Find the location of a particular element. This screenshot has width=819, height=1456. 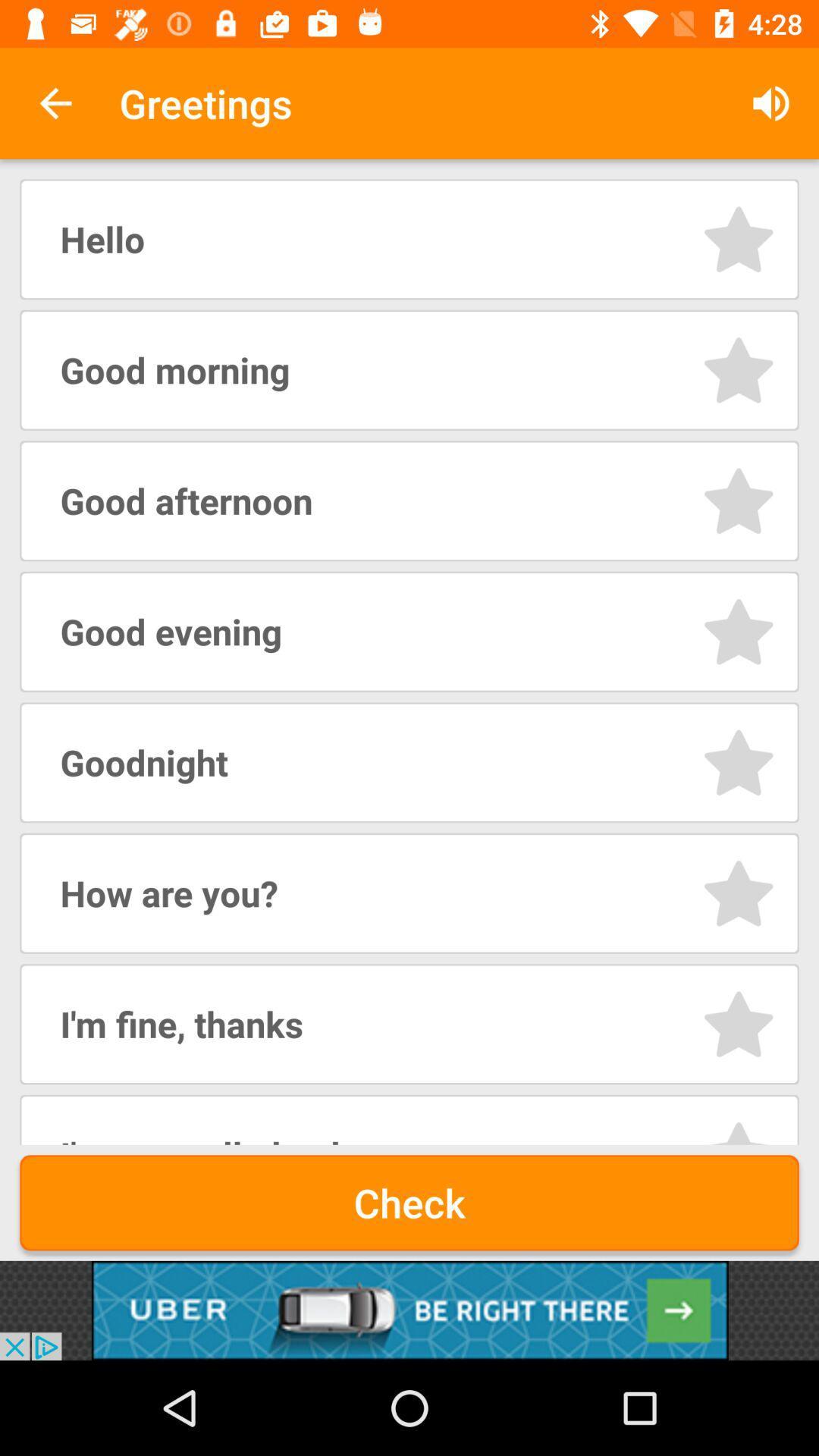

option is located at coordinates (738, 370).